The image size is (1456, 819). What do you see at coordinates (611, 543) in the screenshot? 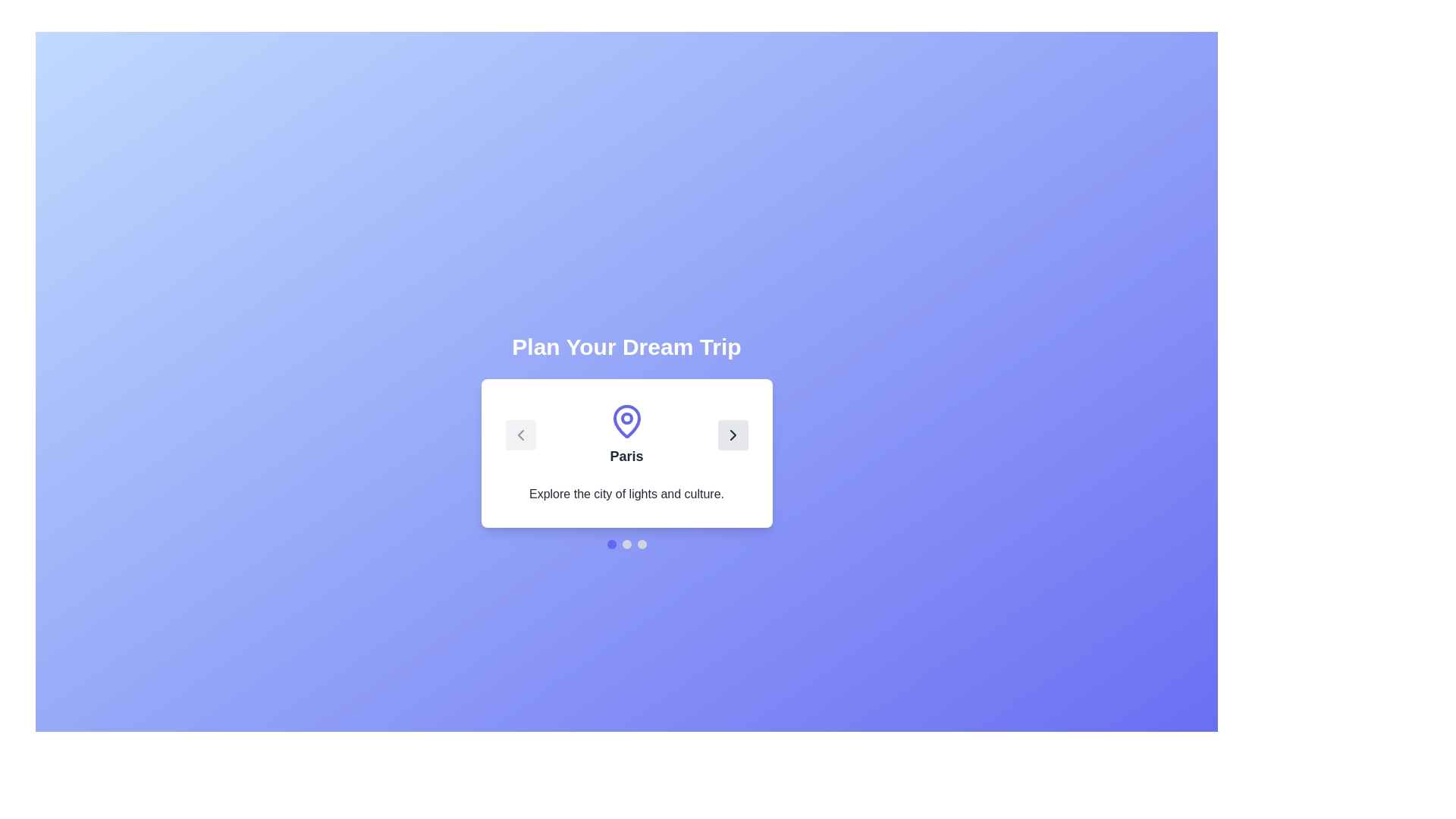
I see `the indicator corresponding to the destination Paris` at bounding box center [611, 543].